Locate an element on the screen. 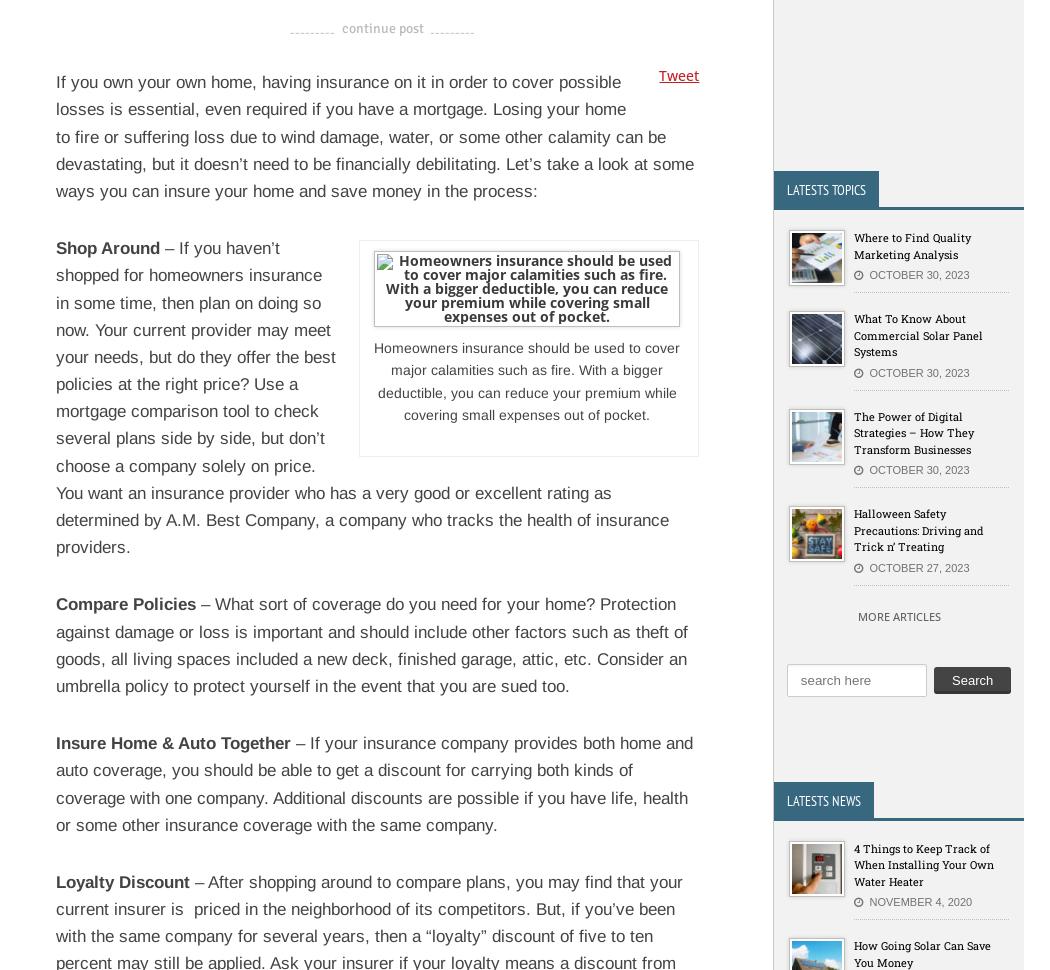 This screenshot has height=970, width=1050. 'The Power of Digital Strategies – How They Transform Businesses' is located at coordinates (914, 432).